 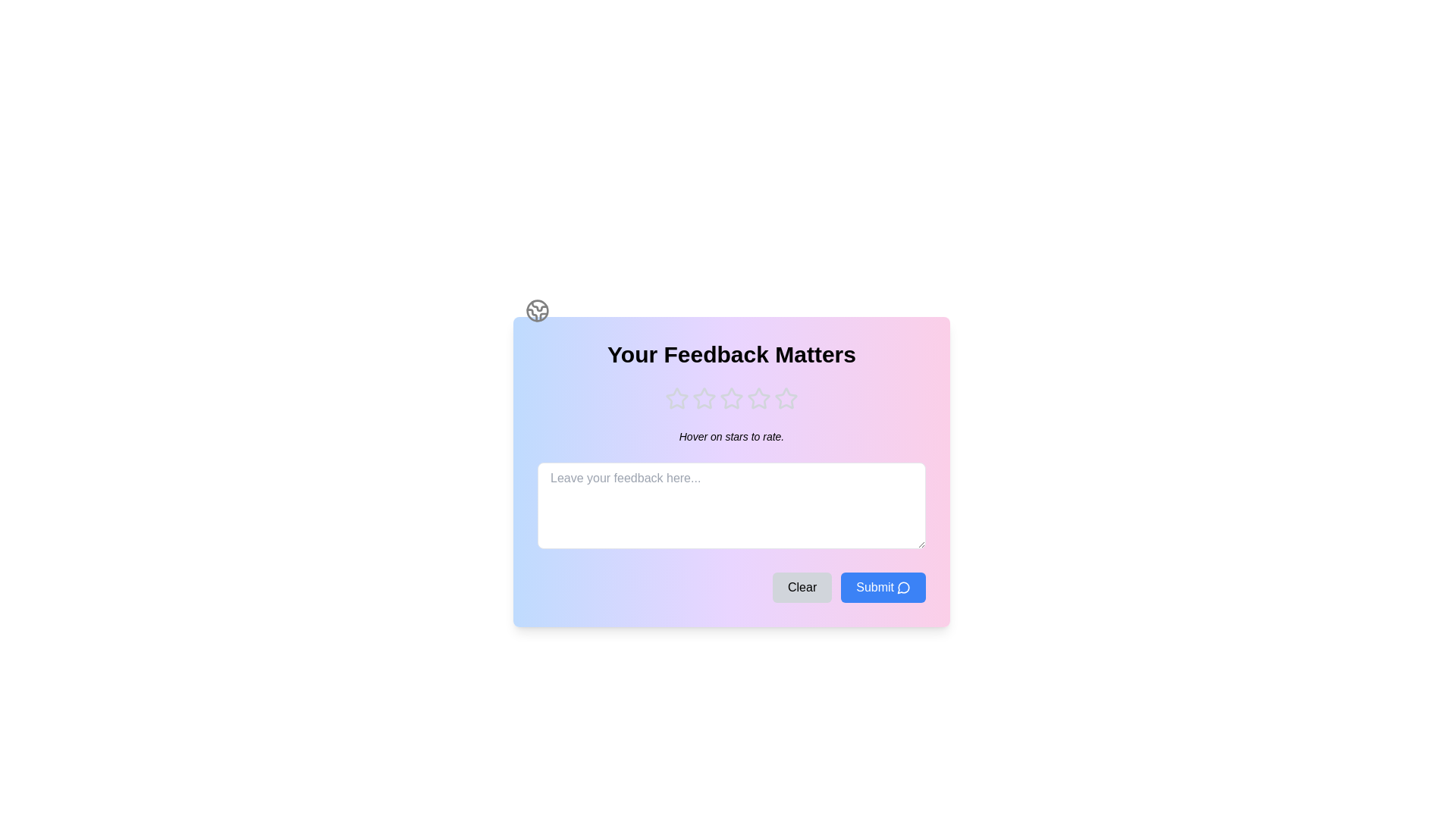 I want to click on the star rating to 3 by clicking on the respective star, so click(x=731, y=397).